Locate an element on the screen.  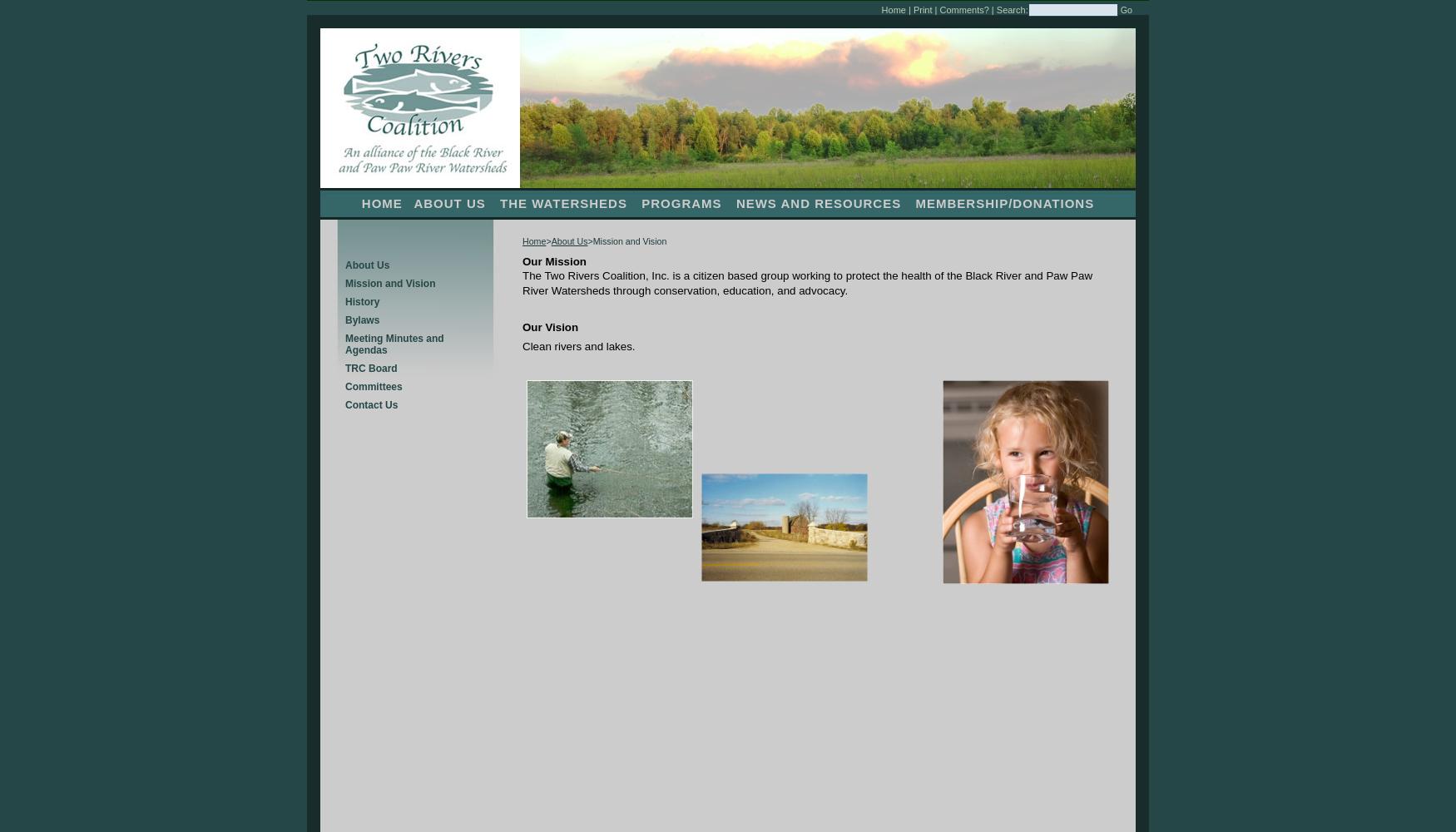
'Lake Associations' is located at coordinates (44, 67).